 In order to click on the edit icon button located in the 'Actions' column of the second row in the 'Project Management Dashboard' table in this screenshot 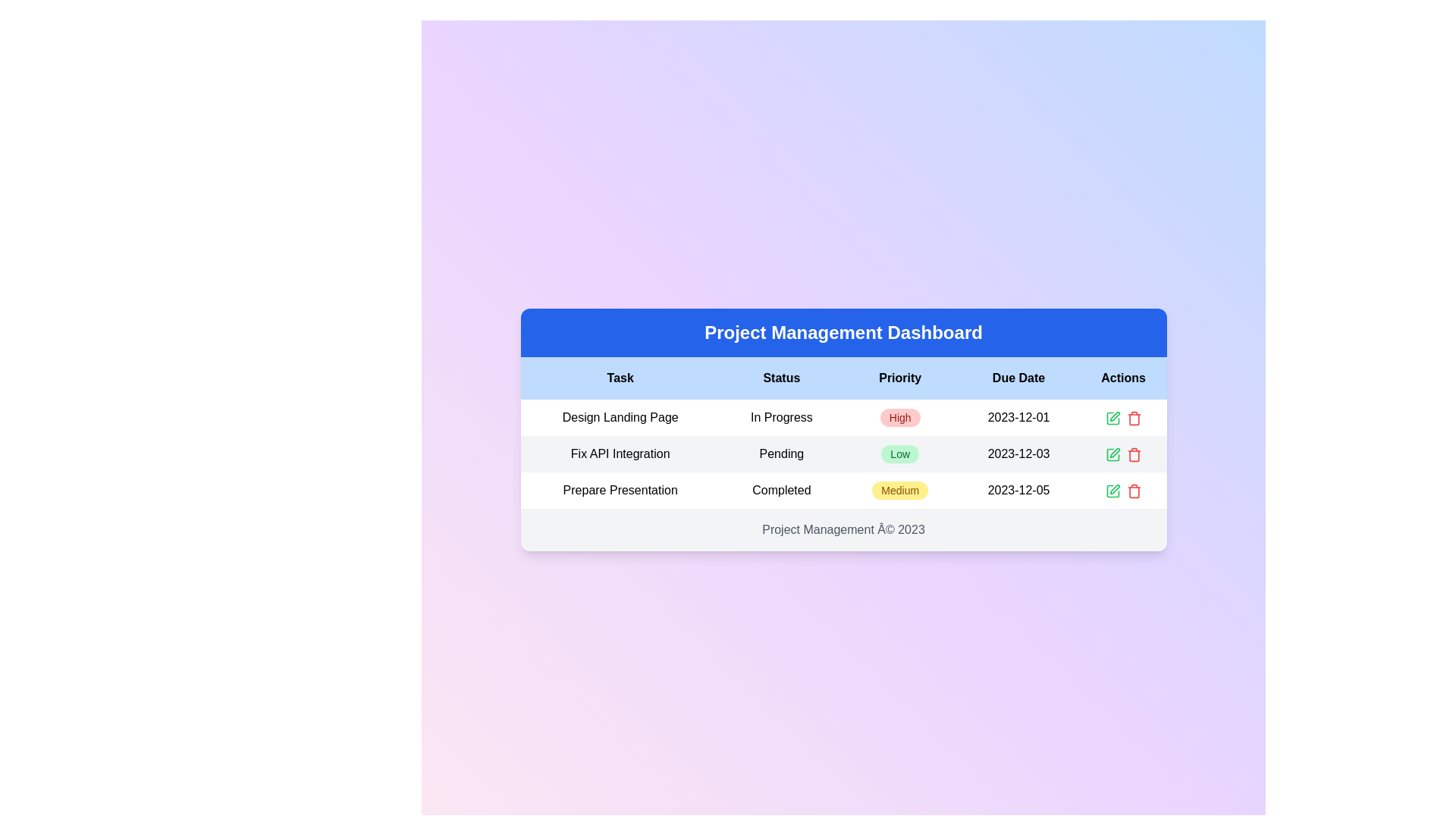, I will do `click(1112, 453)`.